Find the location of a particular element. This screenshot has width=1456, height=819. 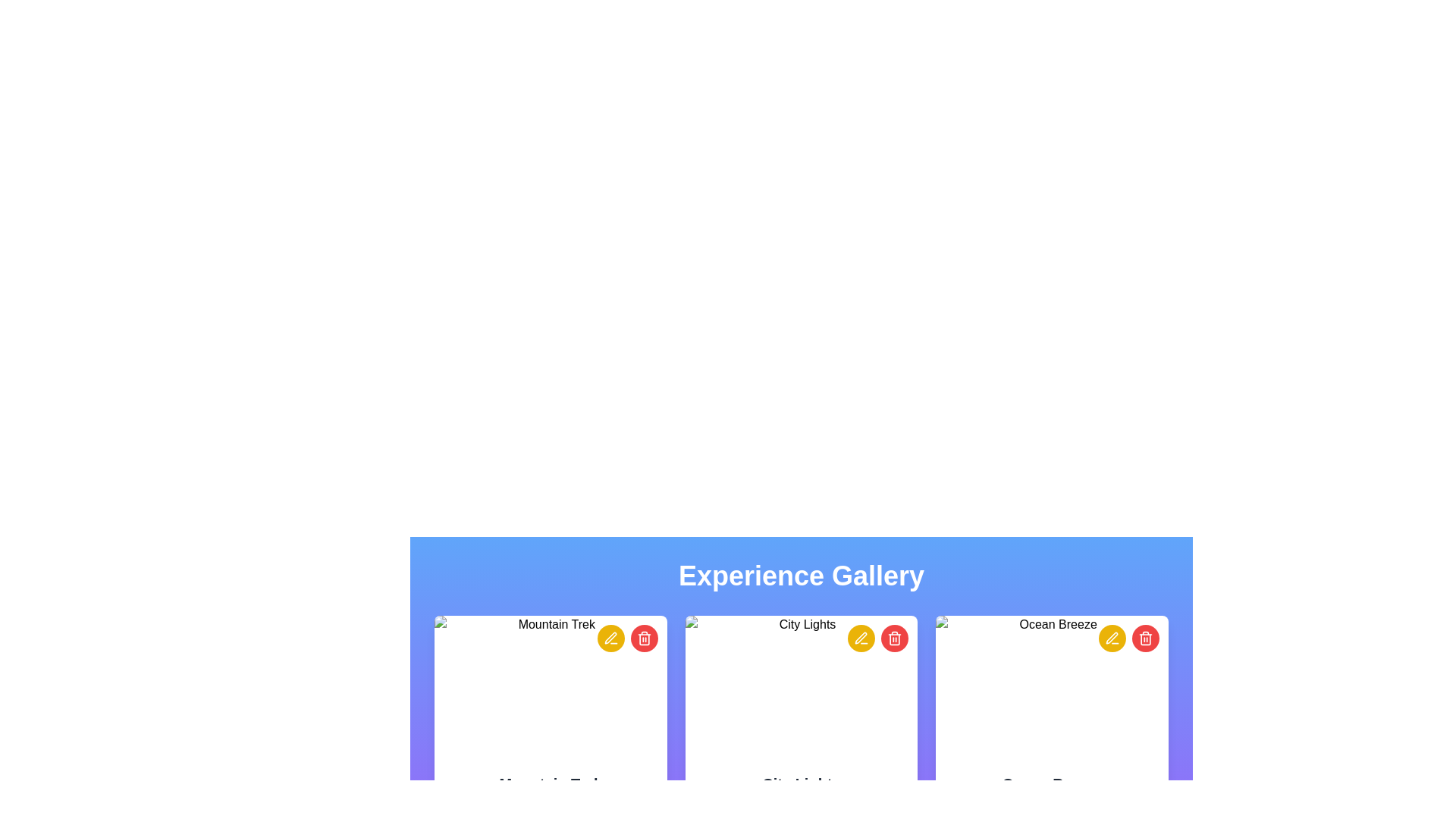

the red circular button with a trash bin icon located in the top-right corner of the 'Mountain Trek' card is located at coordinates (627, 638).